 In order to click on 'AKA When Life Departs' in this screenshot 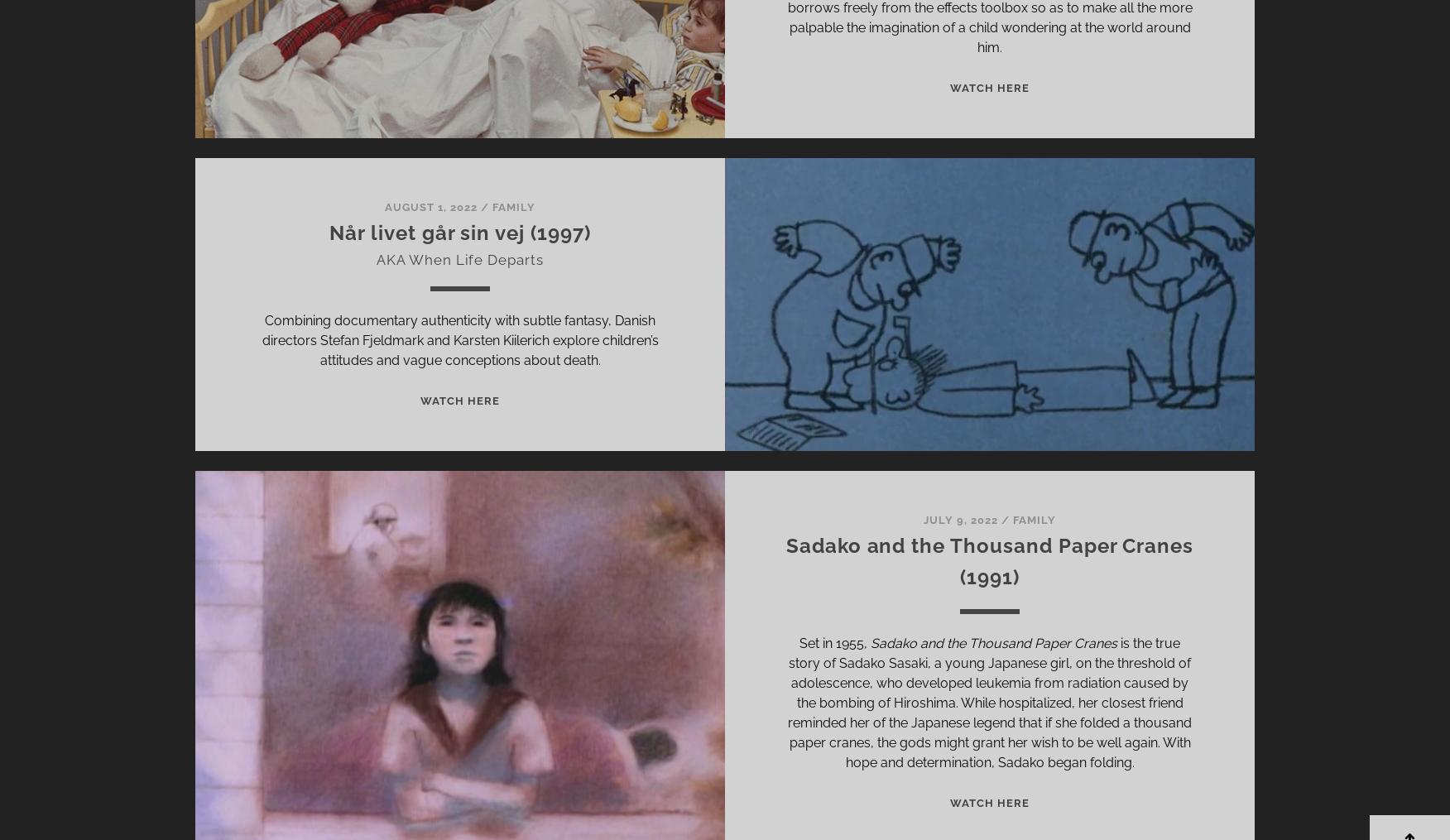, I will do `click(459, 259)`.